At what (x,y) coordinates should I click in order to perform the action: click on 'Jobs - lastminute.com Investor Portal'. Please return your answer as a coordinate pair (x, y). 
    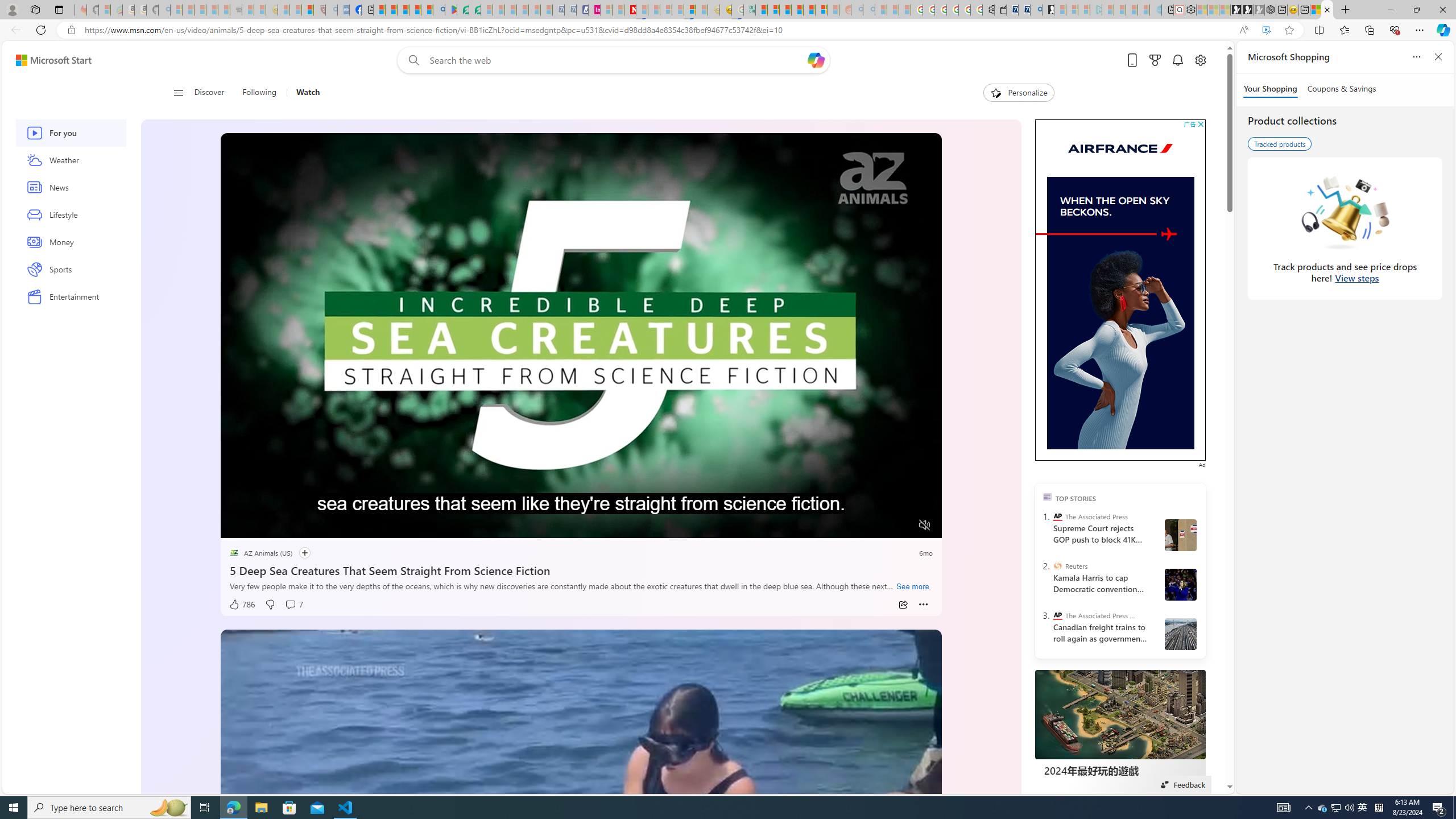
    Looking at the image, I should click on (594, 9).